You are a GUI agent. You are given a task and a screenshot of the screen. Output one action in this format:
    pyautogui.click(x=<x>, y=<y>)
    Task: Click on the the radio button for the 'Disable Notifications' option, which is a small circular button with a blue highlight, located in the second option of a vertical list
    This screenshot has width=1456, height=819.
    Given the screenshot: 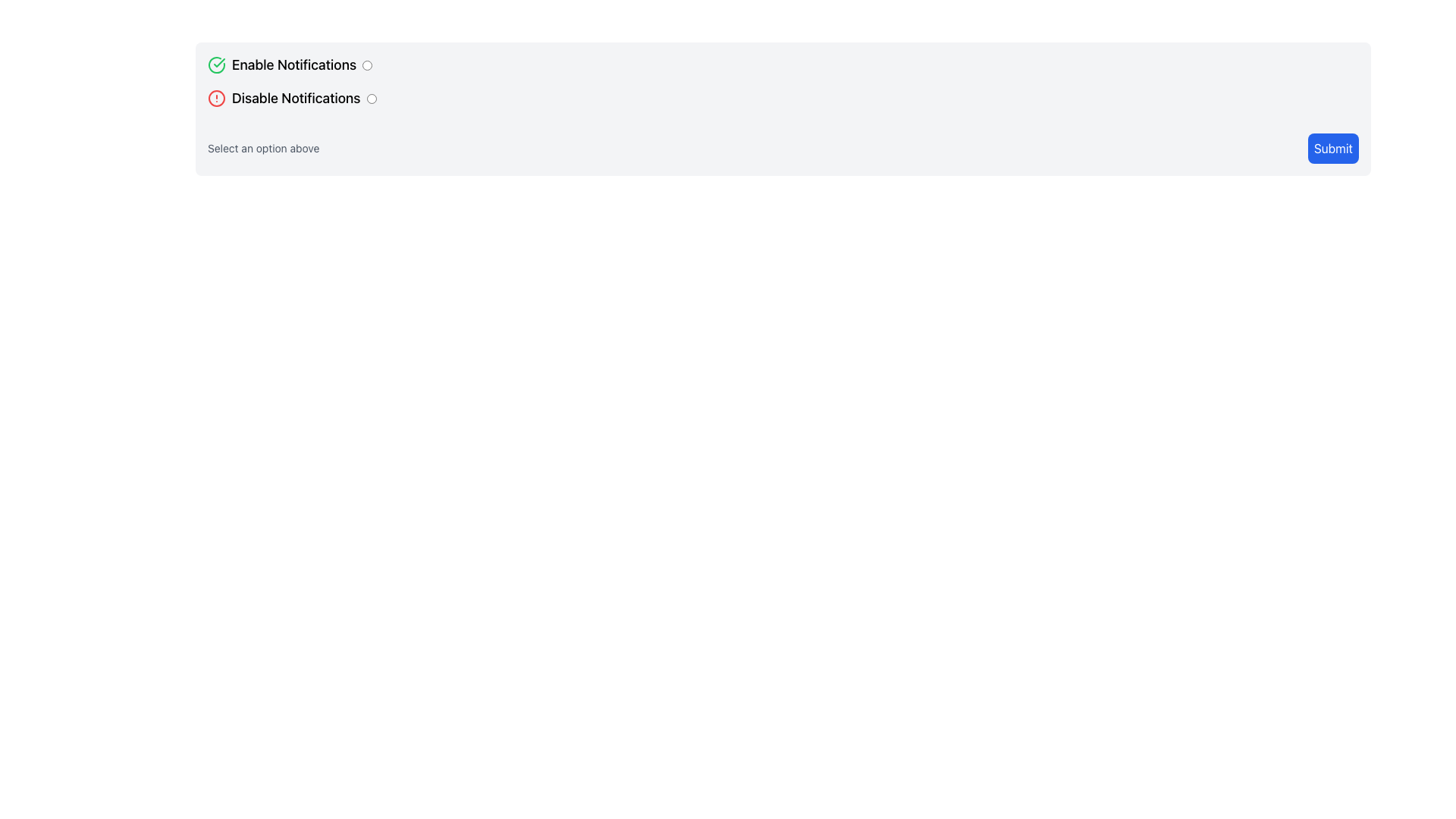 What is the action you would take?
    pyautogui.click(x=371, y=99)
    